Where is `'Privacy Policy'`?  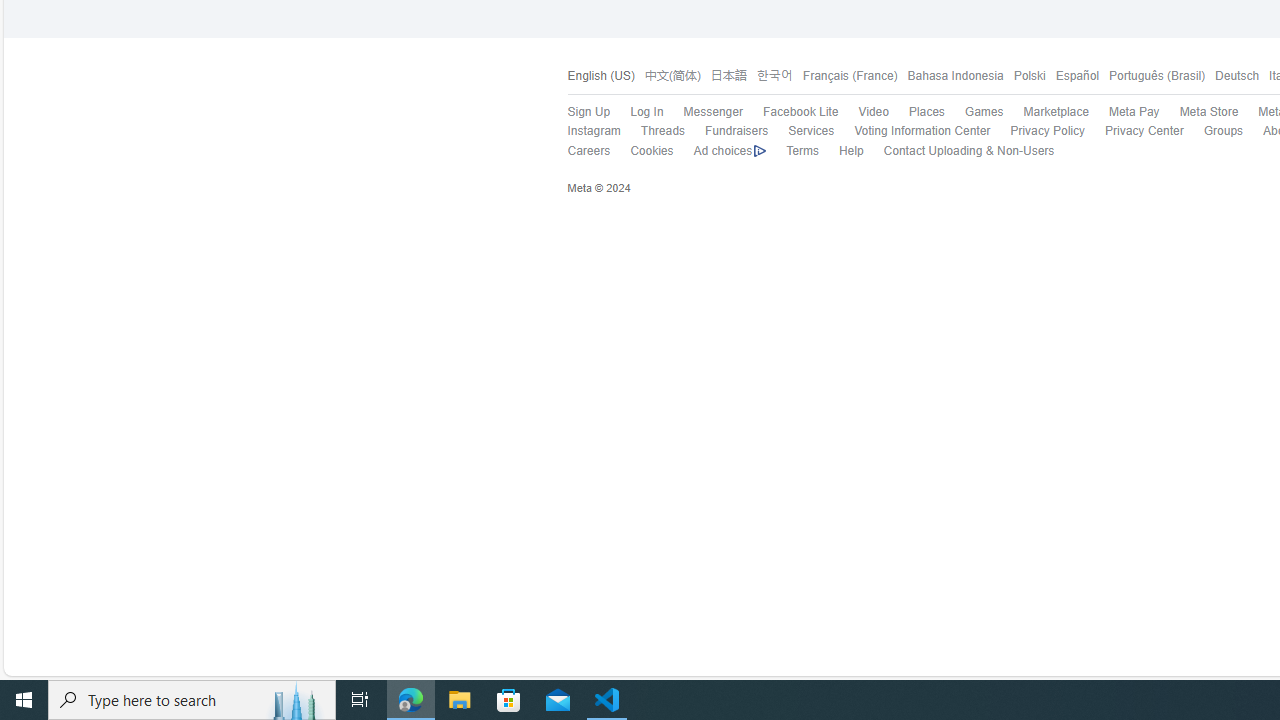 'Privacy Policy' is located at coordinates (1046, 131).